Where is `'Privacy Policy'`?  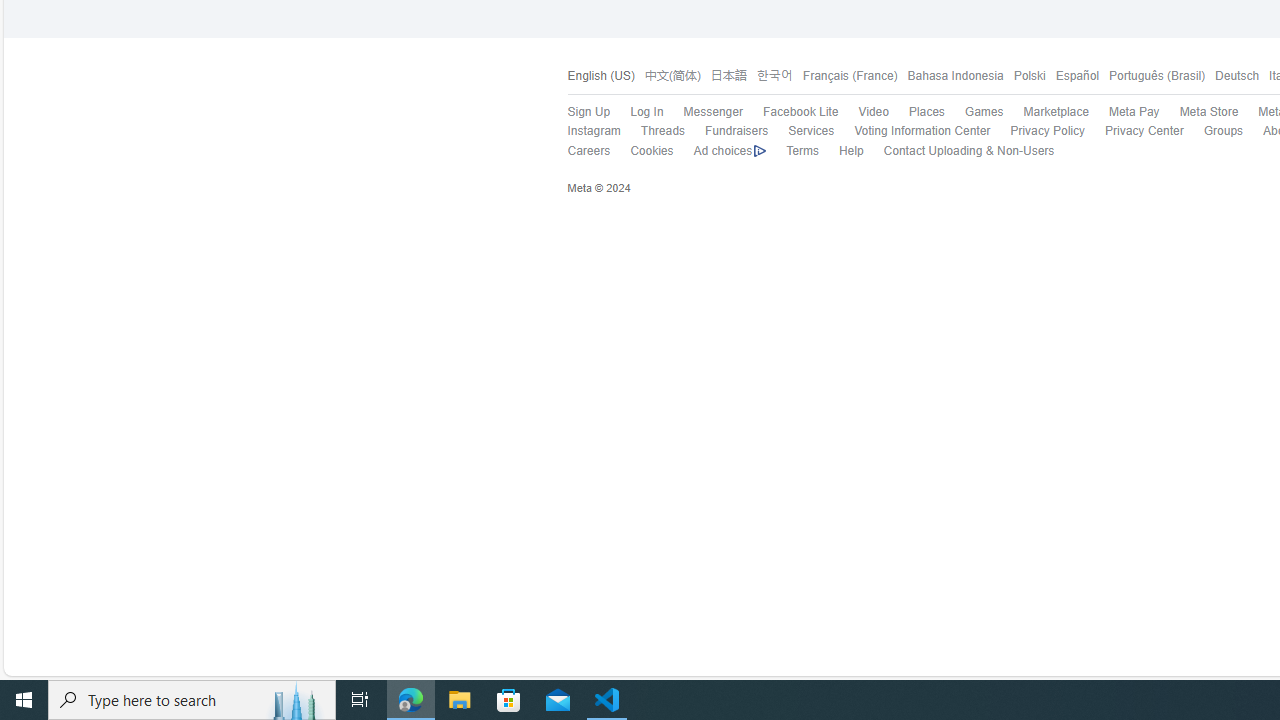 'Privacy Policy' is located at coordinates (1046, 131).